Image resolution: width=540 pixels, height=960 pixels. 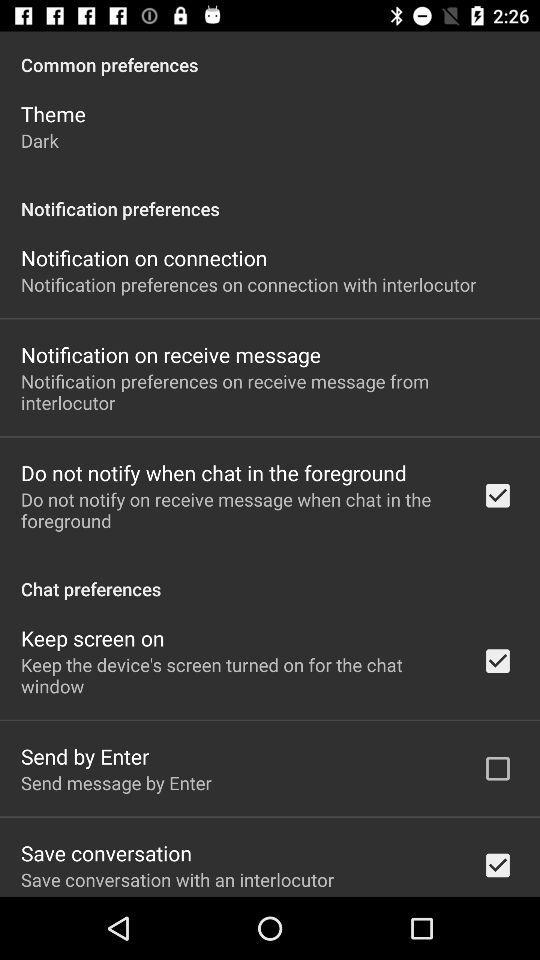 What do you see at coordinates (53, 114) in the screenshot?
I see `the item below common preferences` at bounding box center [53, 114].